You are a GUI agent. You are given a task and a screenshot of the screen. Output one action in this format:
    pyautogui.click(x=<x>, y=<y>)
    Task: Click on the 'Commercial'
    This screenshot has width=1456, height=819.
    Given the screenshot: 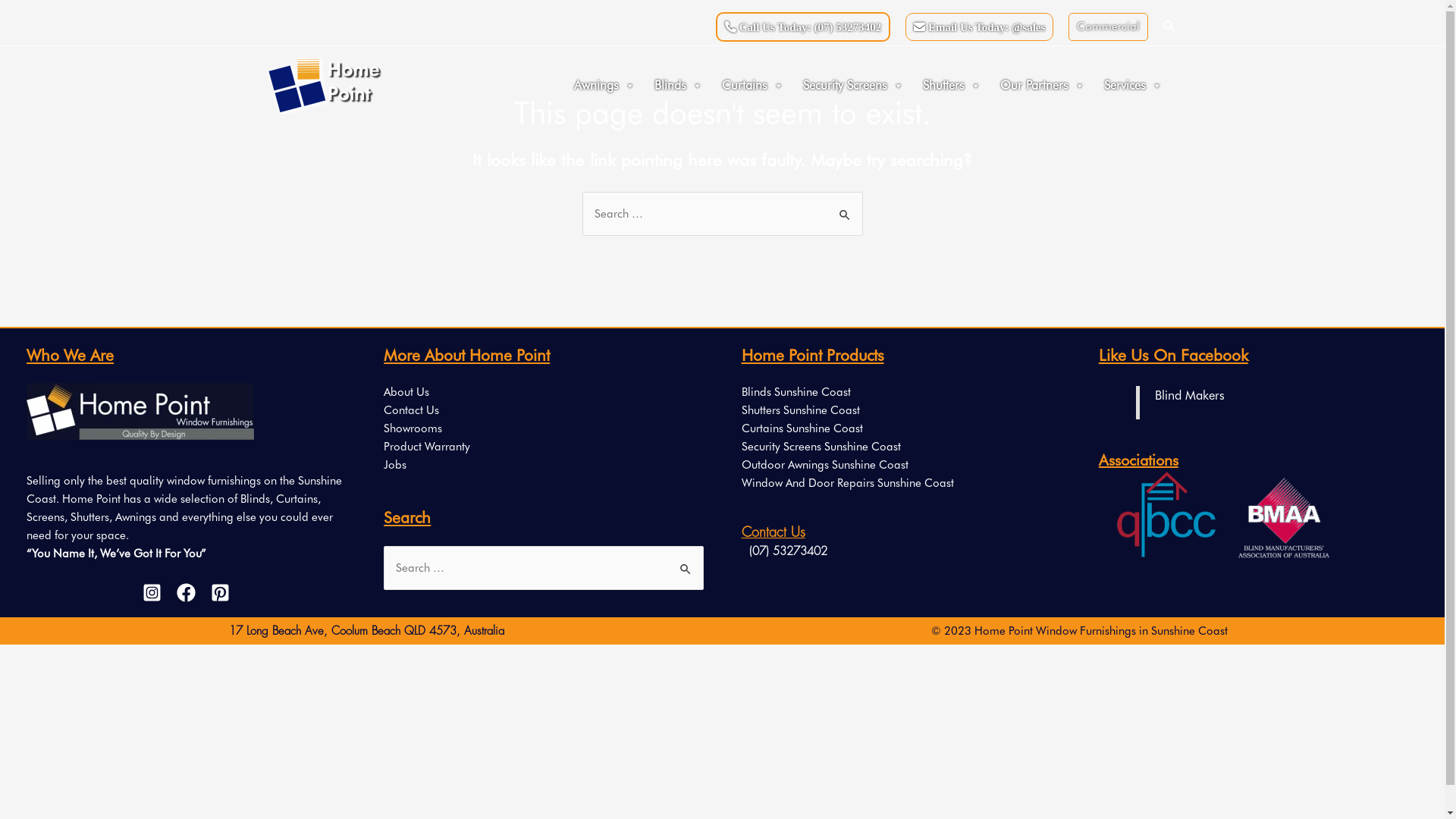 What is the action you would take?
    pyautogui.click(x=1108, y=26)
    